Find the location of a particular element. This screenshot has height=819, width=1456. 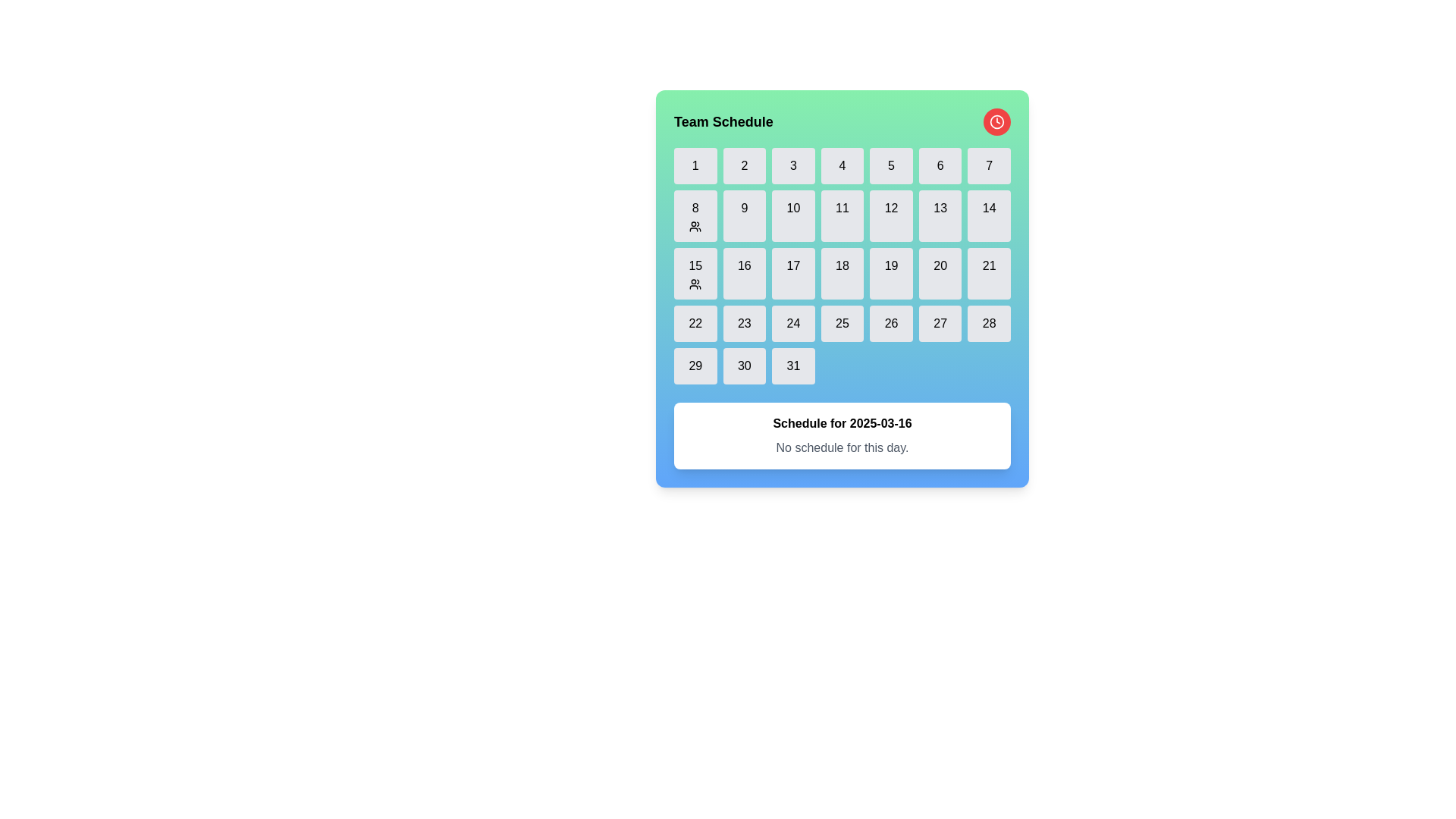

to select the 14th date cell in the calendar grid, which is the last cell in the second row and visually indicates the date is located at coordinates (989, 208).